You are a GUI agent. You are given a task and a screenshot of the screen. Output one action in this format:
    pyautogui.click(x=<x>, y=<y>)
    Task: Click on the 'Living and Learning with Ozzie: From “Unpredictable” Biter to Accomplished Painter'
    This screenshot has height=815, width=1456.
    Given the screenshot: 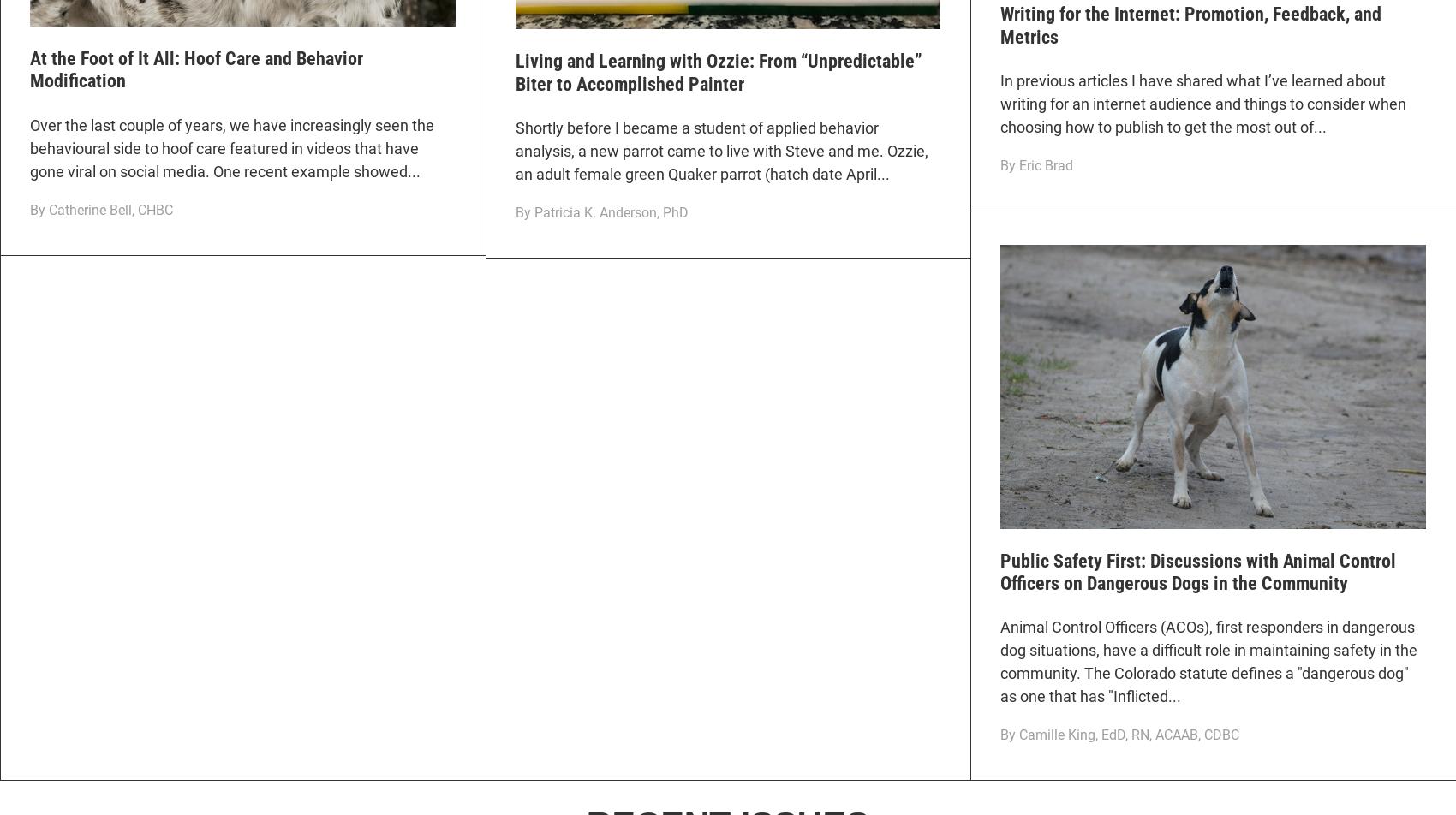 What is the action you would take?
    pyautogui.click(x=717, y=72)
    